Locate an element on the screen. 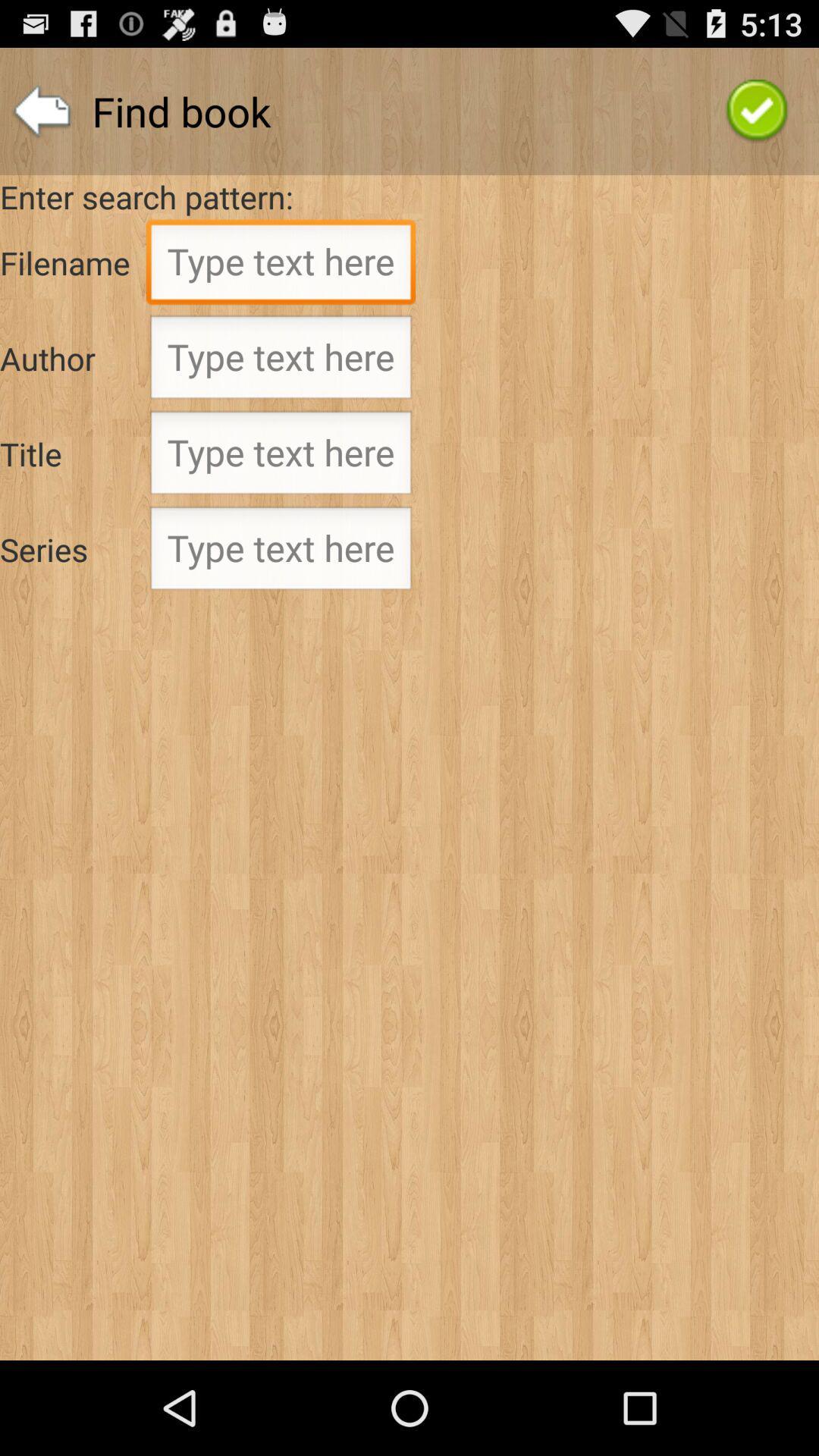 This screenshot has height=1456, width=819. the check icon is located at coordinates (757, 118).